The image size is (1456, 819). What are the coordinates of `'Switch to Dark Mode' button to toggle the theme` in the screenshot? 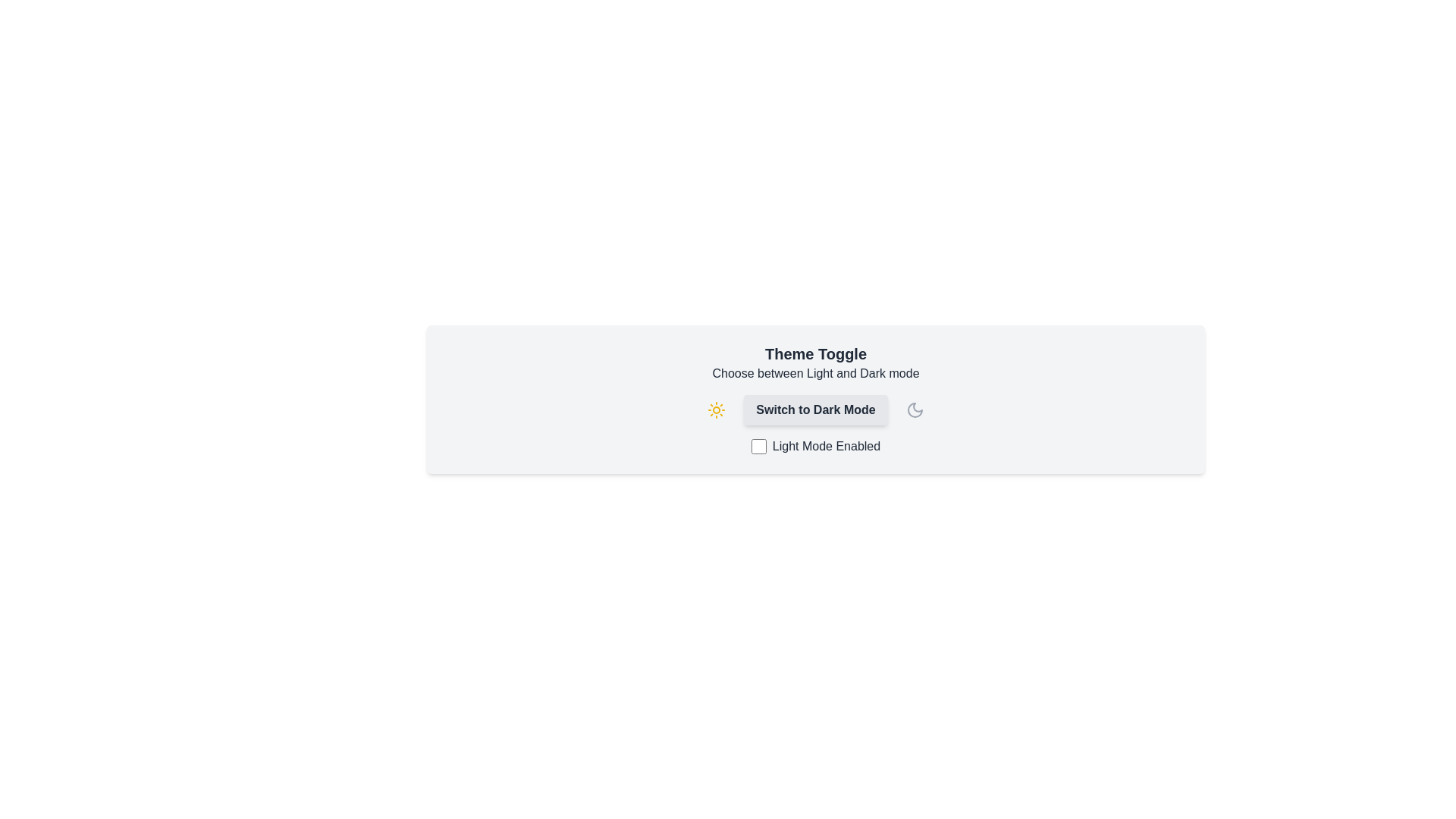 It's located at (814, 409).